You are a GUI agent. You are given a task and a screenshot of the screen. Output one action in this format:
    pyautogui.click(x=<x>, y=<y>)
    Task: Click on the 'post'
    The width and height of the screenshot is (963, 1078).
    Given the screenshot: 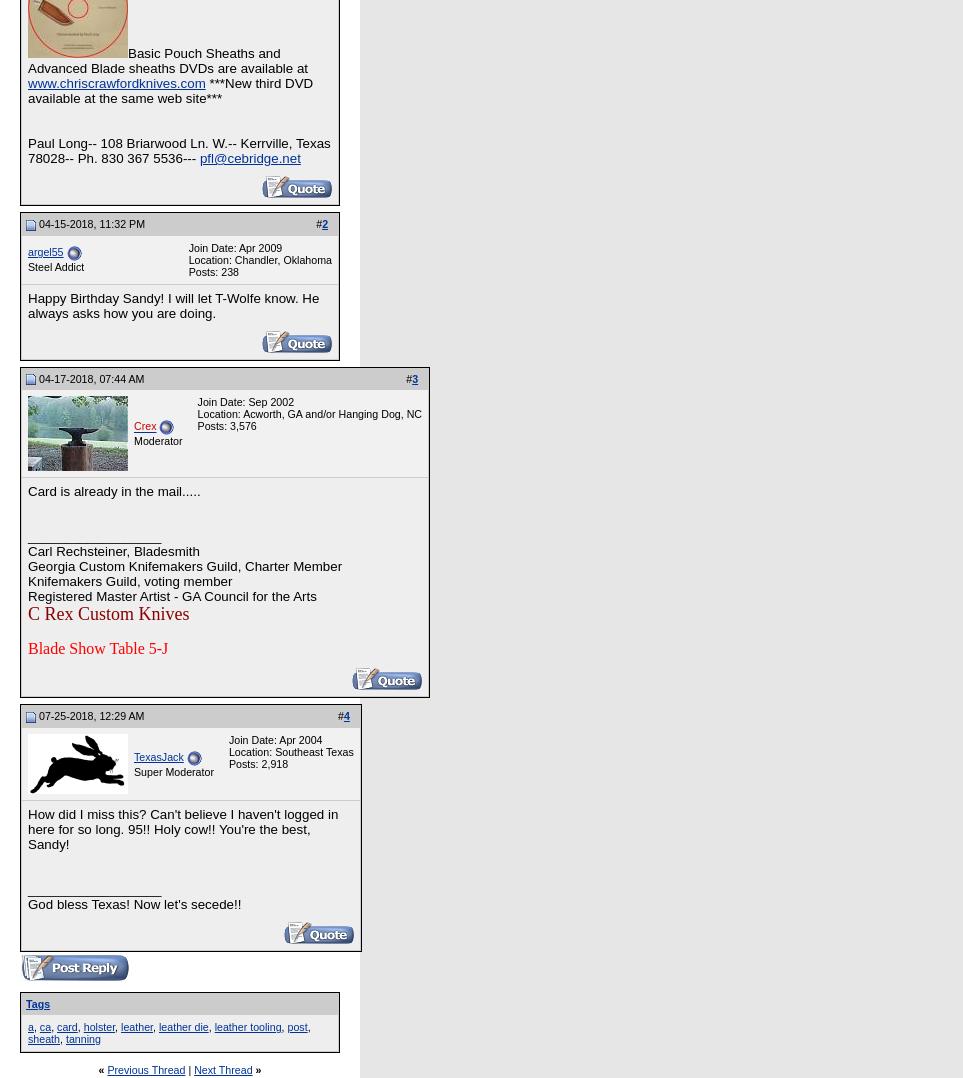 What is the action you would take?
    pyautogui.click(x=295, y=1026)
    